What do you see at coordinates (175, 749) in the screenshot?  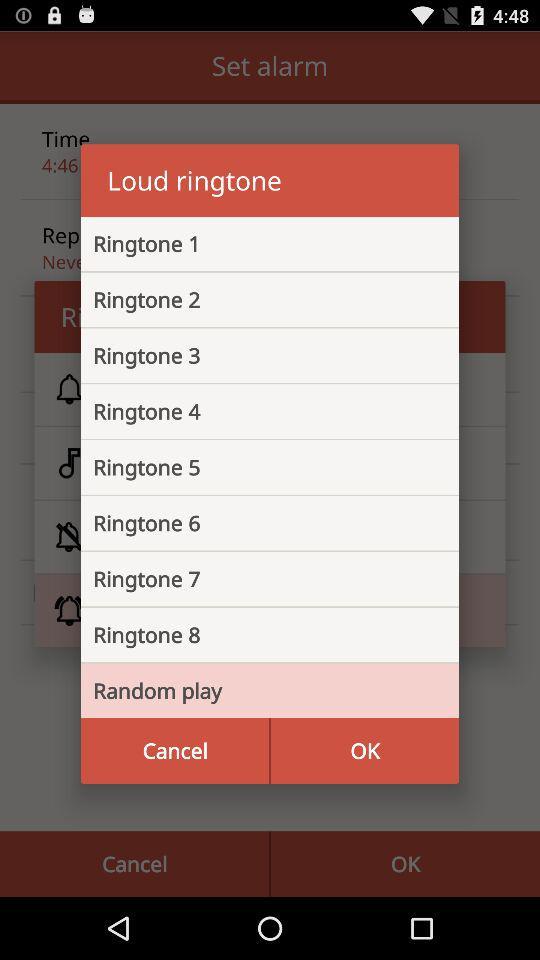 I see `the icon below random play icon` at bounding box center [175, 749].